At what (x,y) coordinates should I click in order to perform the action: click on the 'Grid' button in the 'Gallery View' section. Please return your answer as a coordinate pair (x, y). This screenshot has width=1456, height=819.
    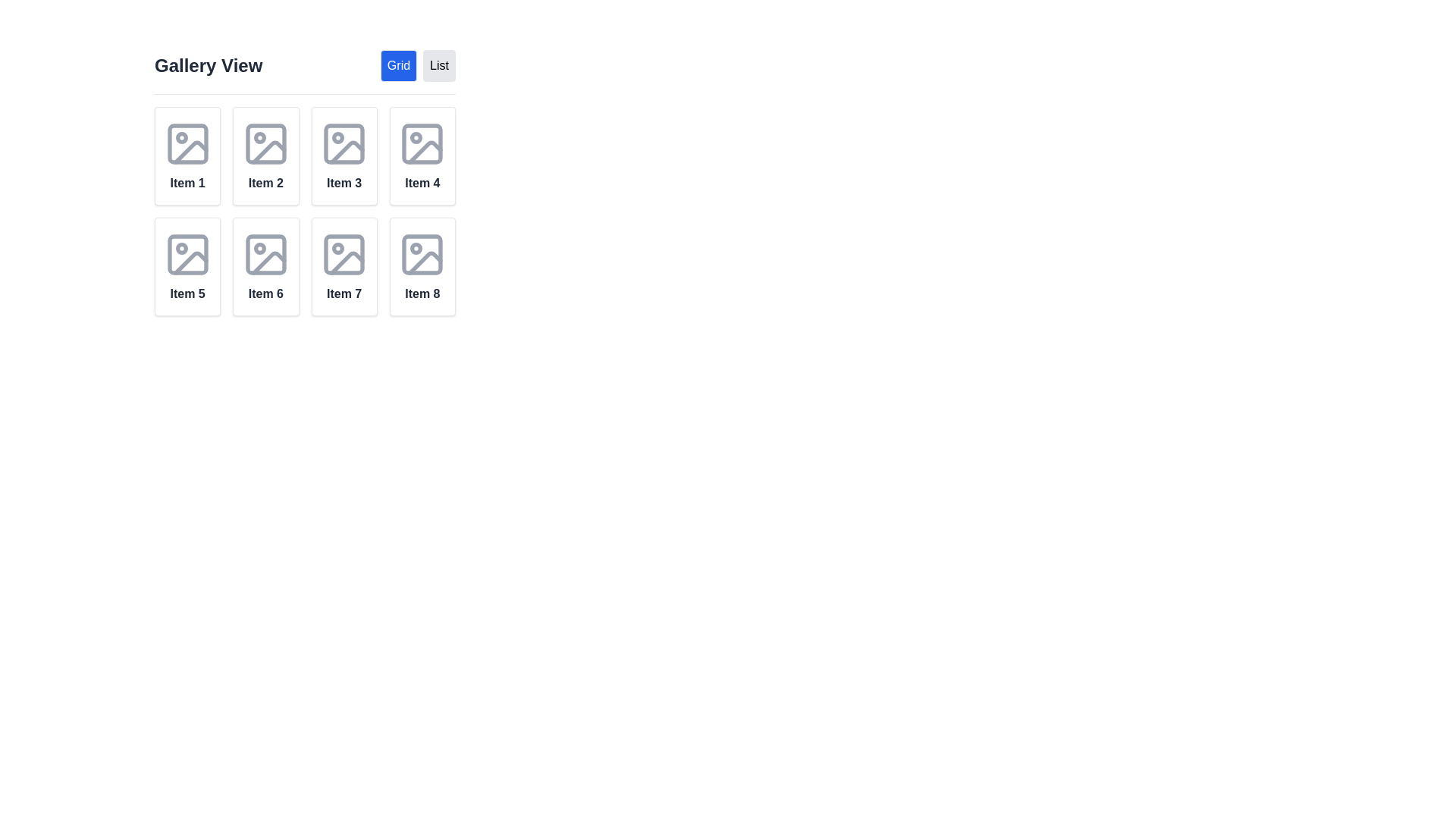
    Looking at the image, I should click on (304, 72).